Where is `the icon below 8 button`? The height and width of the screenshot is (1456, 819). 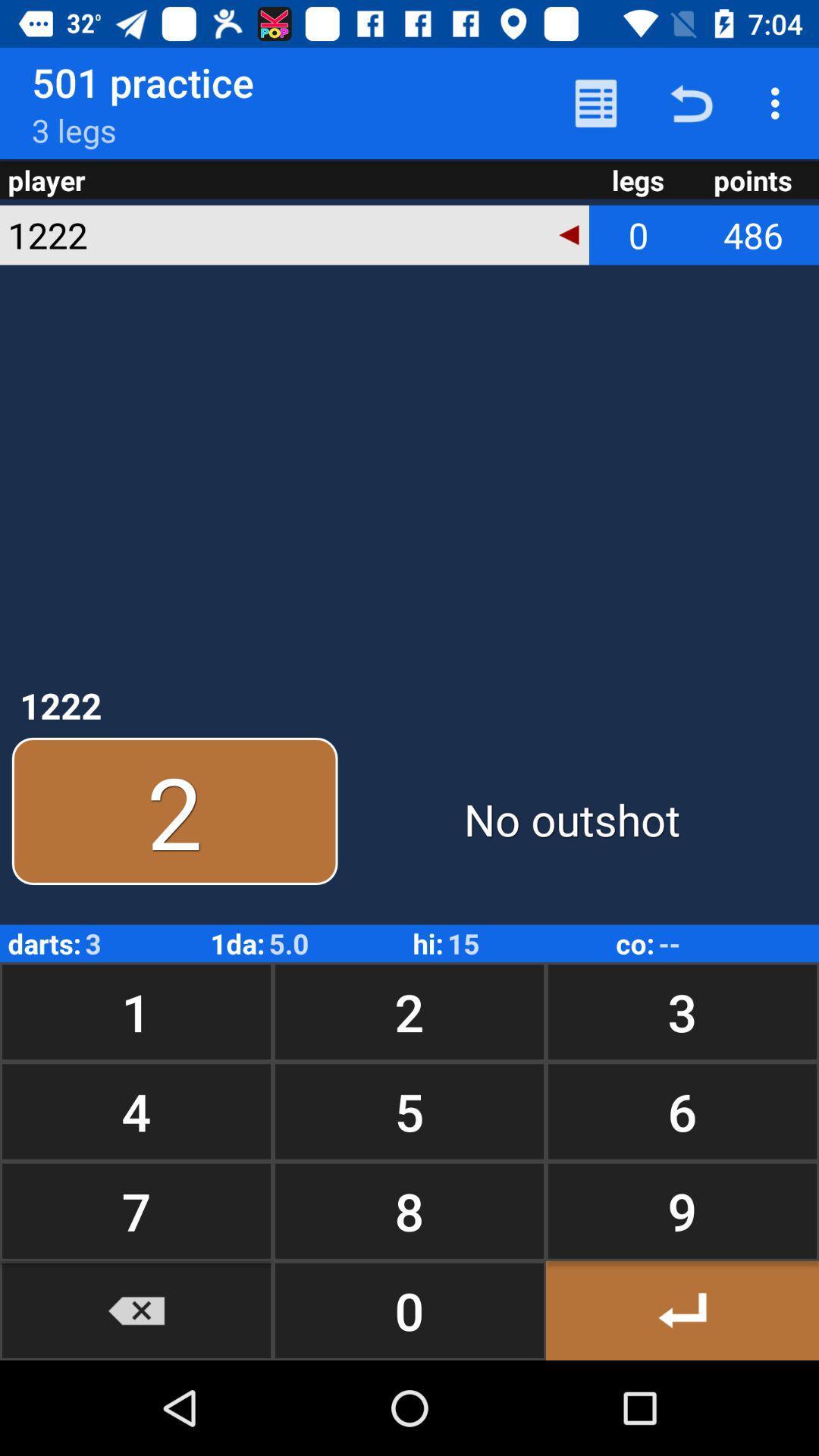
the icon below 8 button is located at coordinates (681, 1310).